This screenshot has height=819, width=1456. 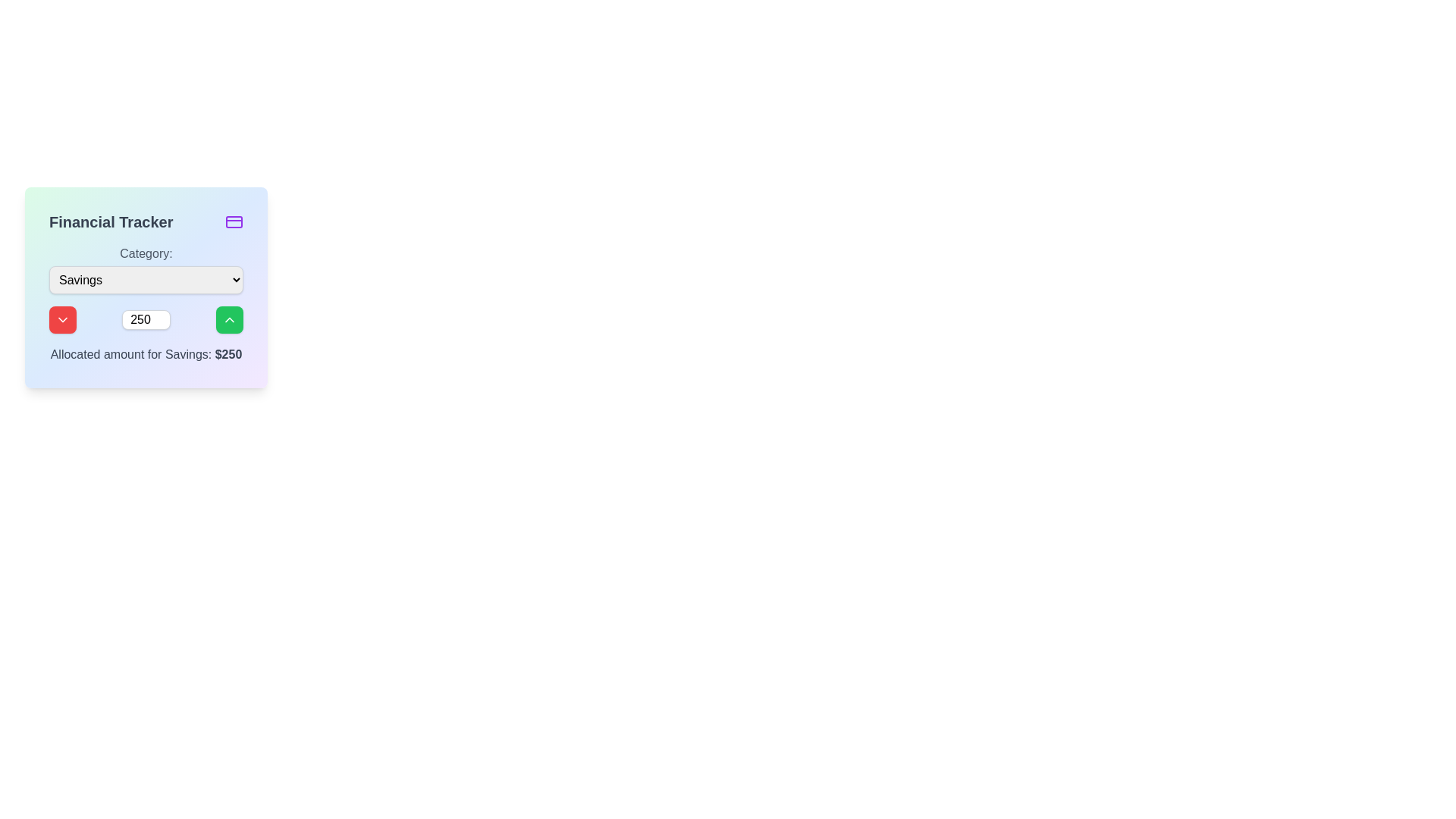 I want to click on the text label that displays 'Allocated amount for Savings: $250', which is located at the bottom of the card component, so click(x=146, y=354).